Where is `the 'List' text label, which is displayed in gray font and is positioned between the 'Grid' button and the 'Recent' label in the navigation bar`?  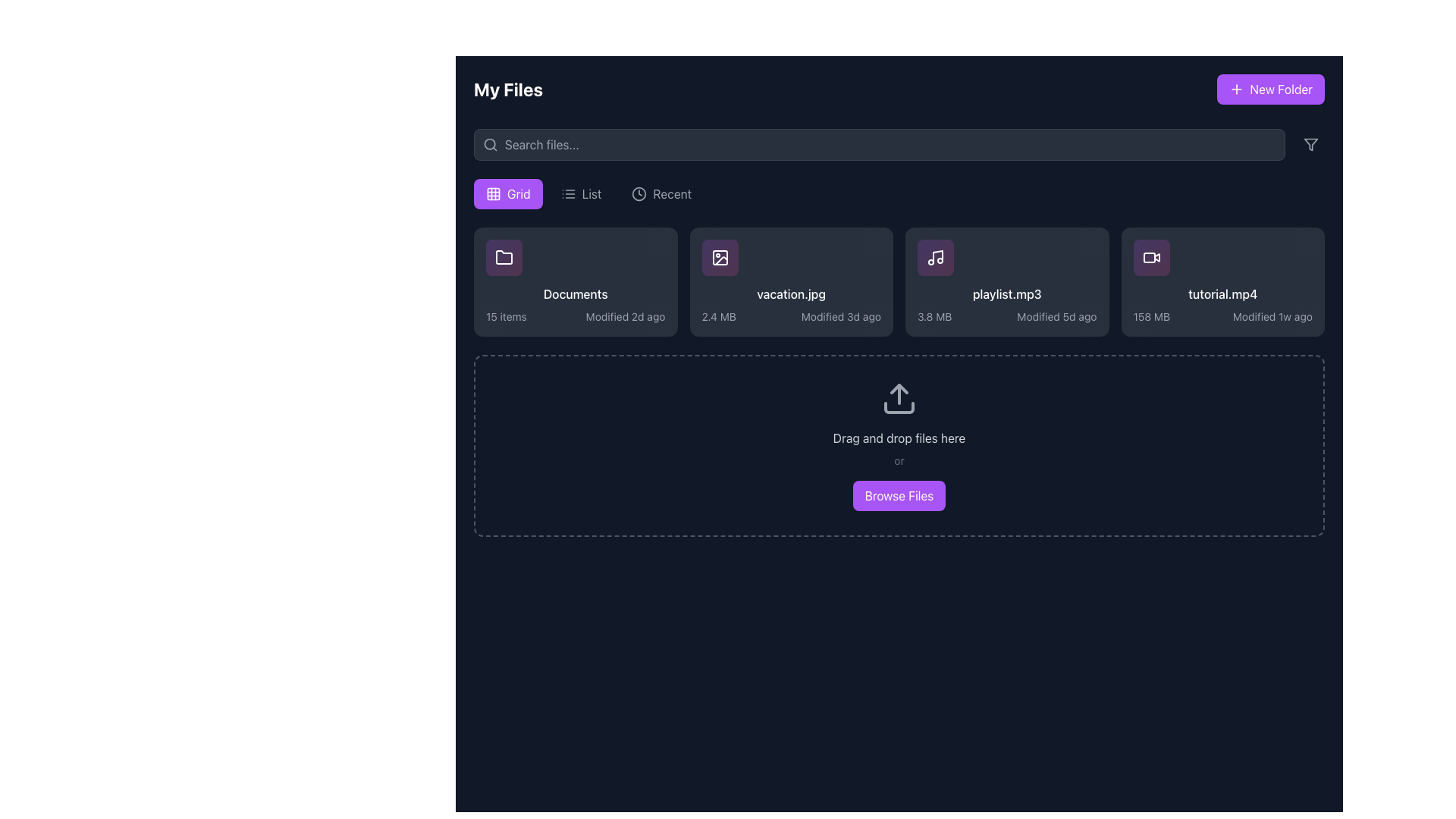
the 'List' text label, which is displayed in gray font and is positioned between the 'Grid' button and the 'Recent' label in the navigation bar is located at coordinates (591, 193).